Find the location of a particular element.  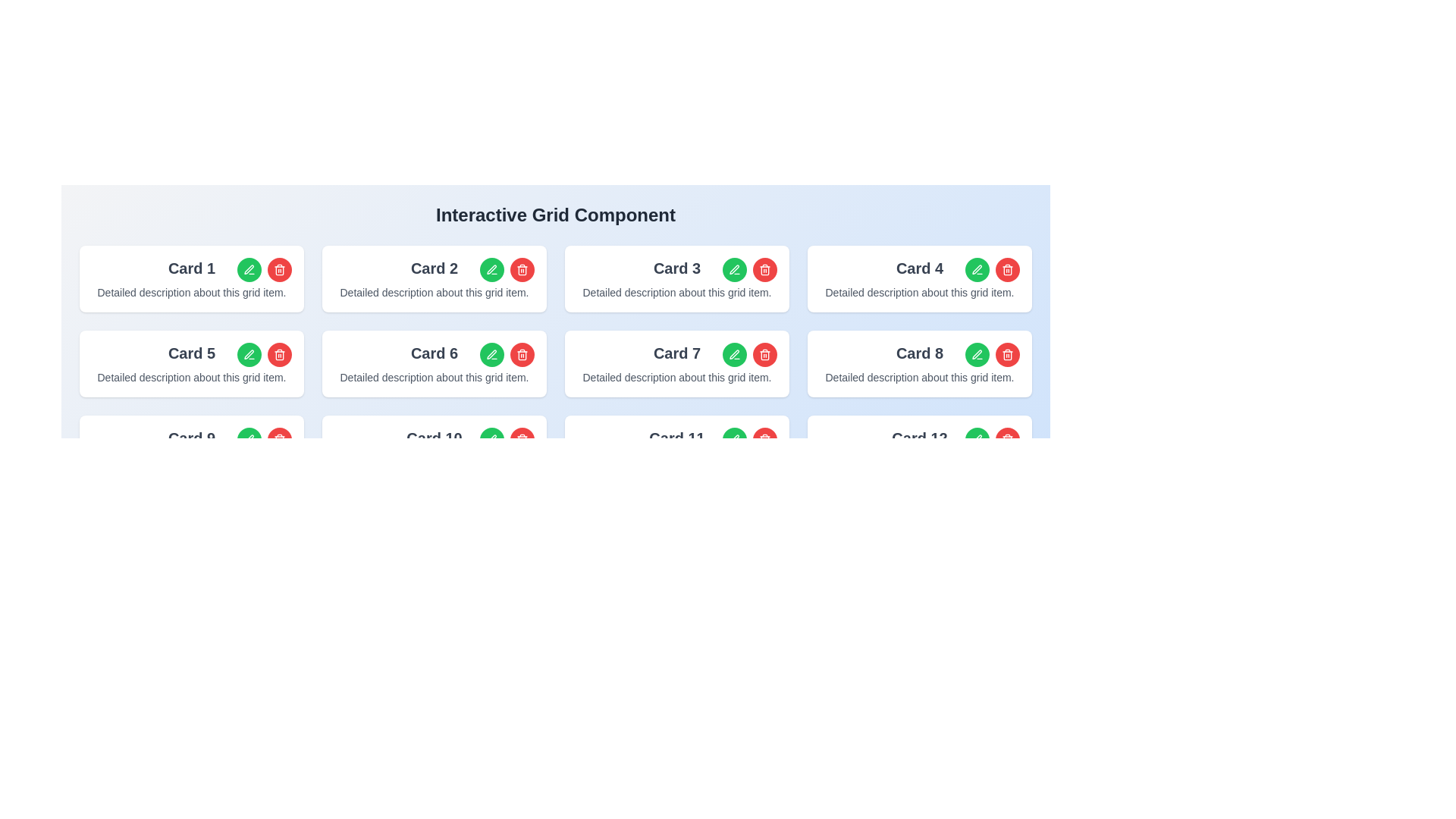

the edit action button located at the top-right corner of 'Card 3' to change its background color is located at coordinates (735, 268).